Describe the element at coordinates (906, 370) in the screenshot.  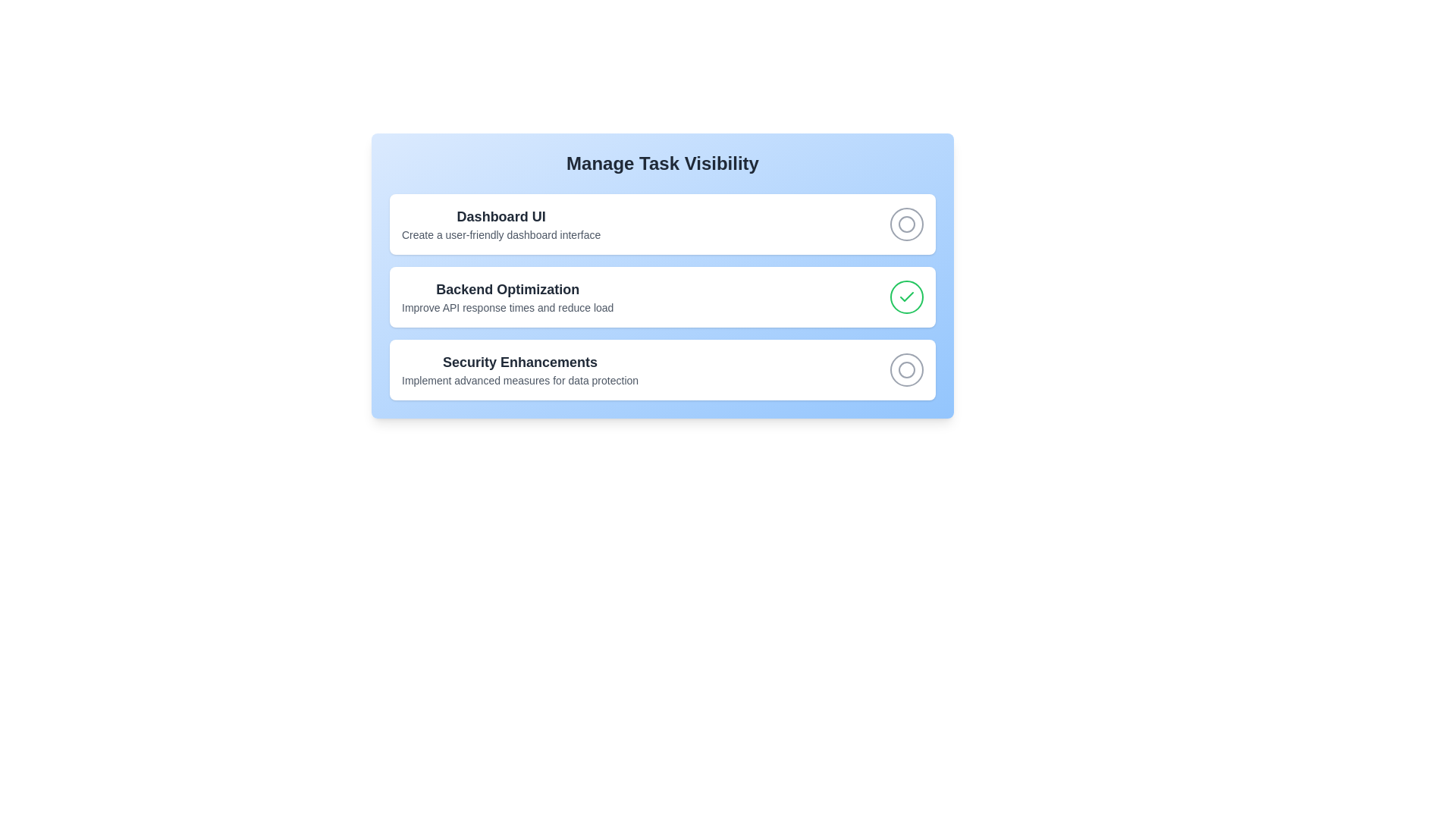
I see `the circular status indicator icon positioned to the far right of the first task list item labeled 'Dashboard UI'` at that location.